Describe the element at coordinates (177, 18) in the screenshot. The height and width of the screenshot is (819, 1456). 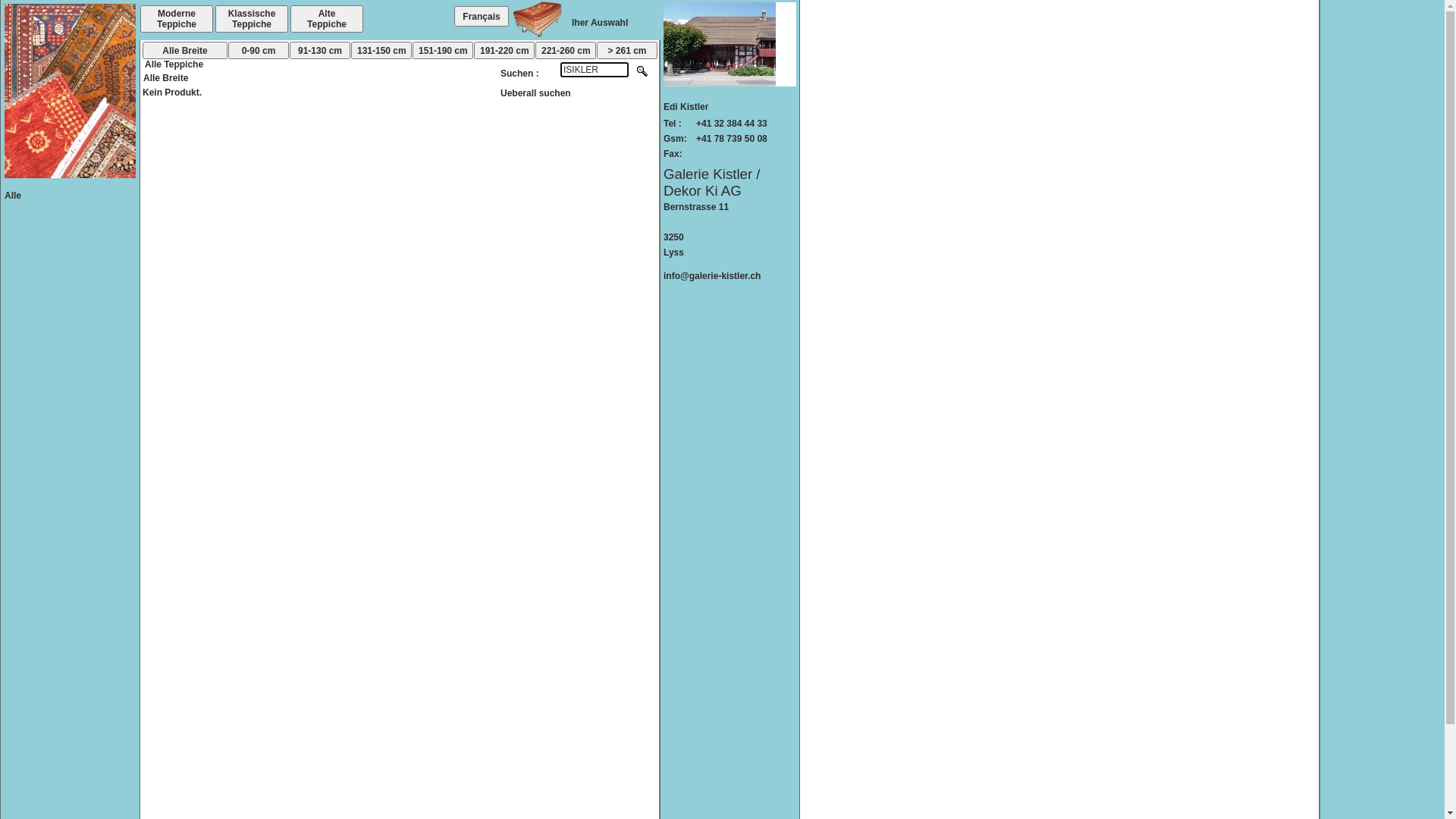
I see `'Moderne` at that location.